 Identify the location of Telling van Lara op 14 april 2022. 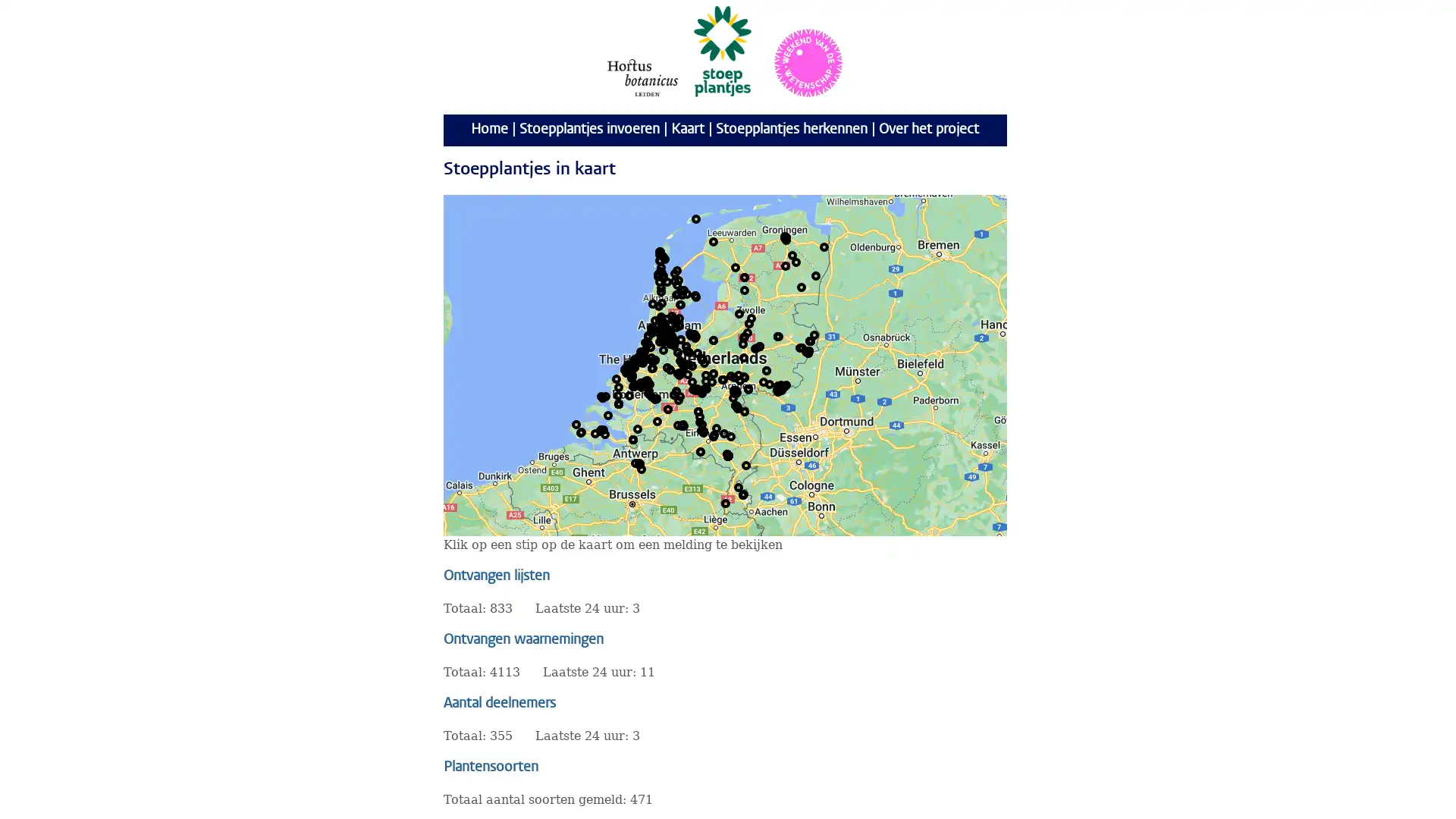
(669, 333).